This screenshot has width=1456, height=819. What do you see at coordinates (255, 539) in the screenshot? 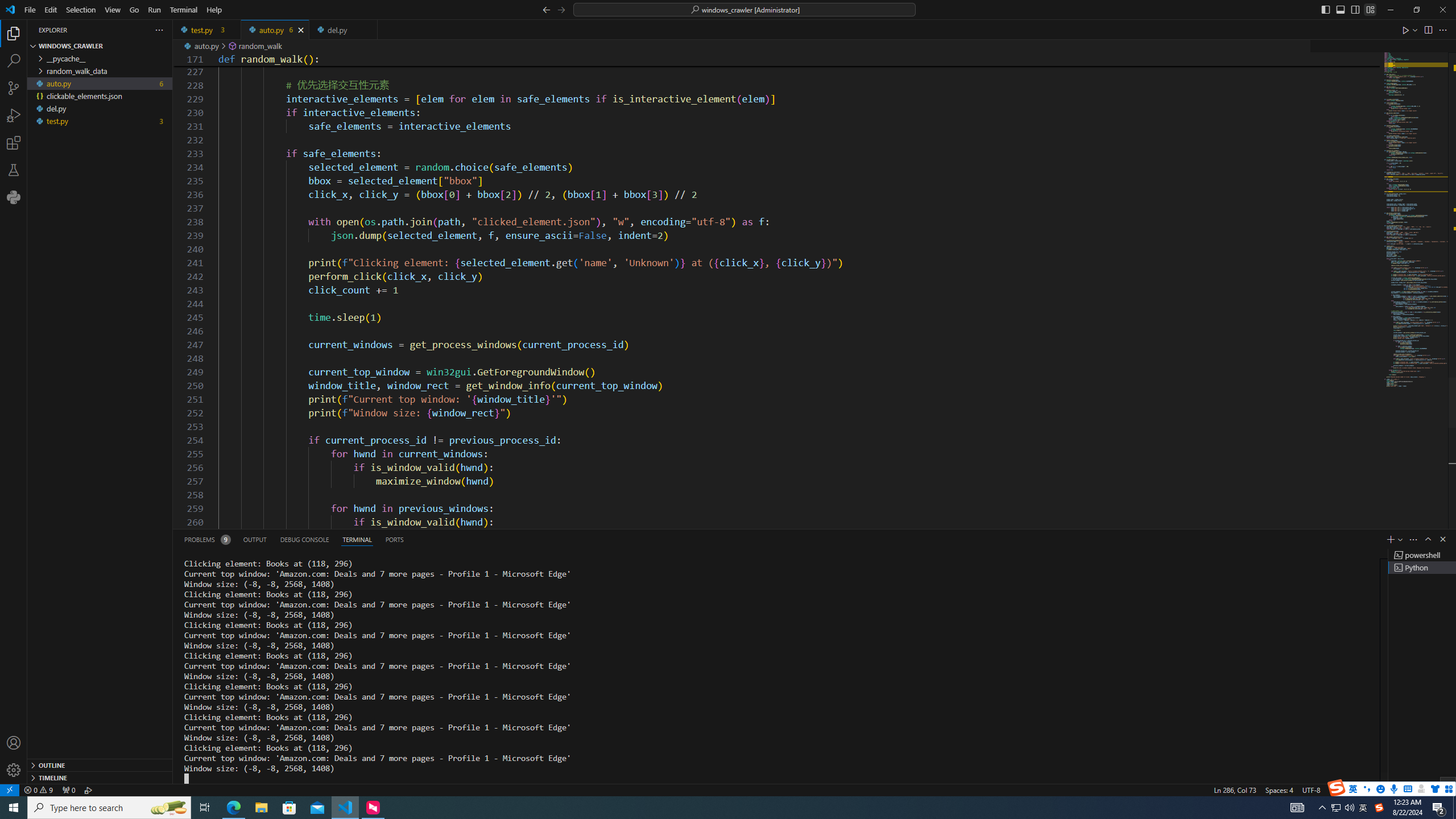
I see `'Output (Ctrl+Shift+U)'` at bounding box center [255, 539].